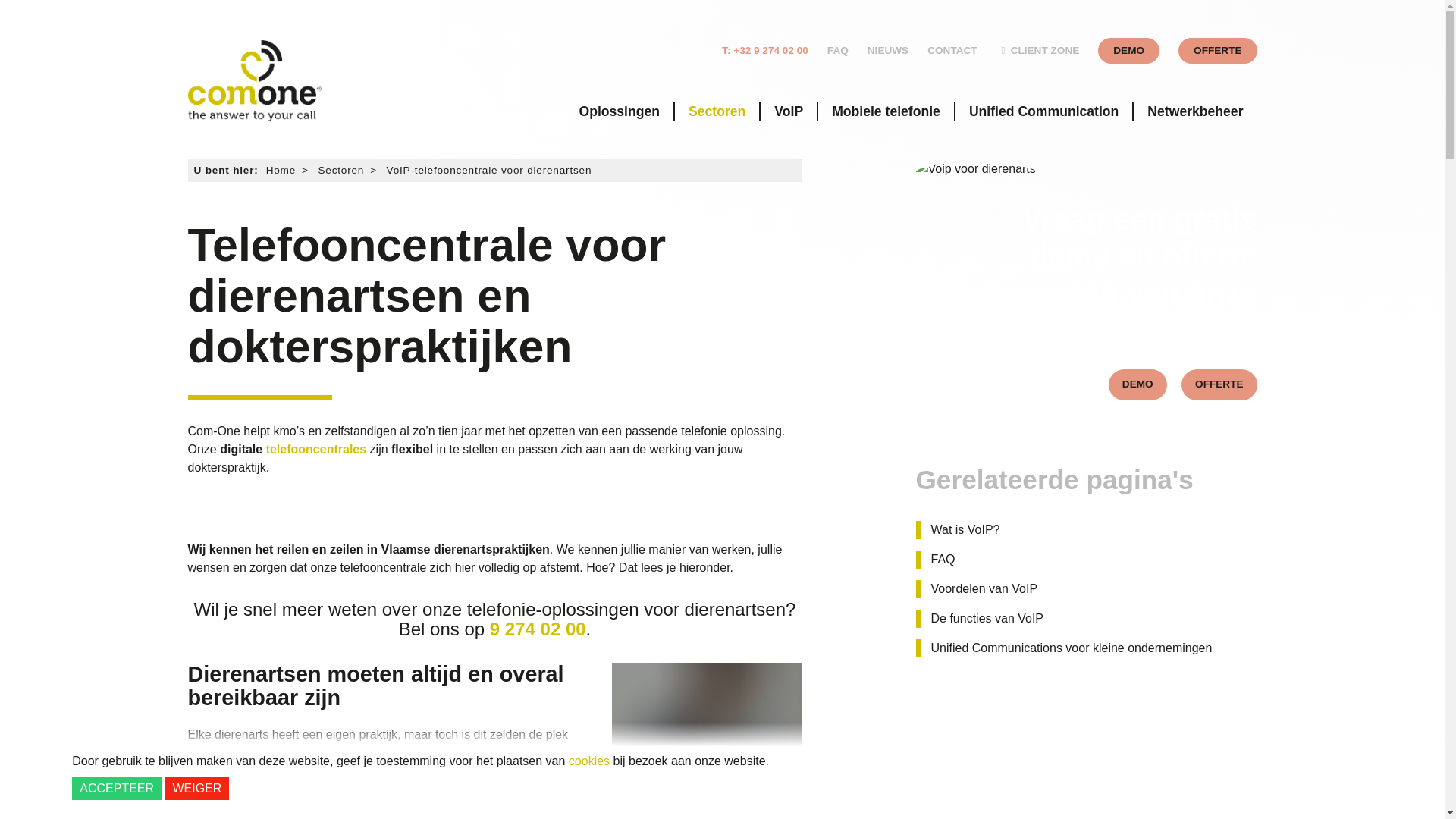 This screenshot has width=1456, height=819. I want to click on 'NIEUWS', so click(888, 49).